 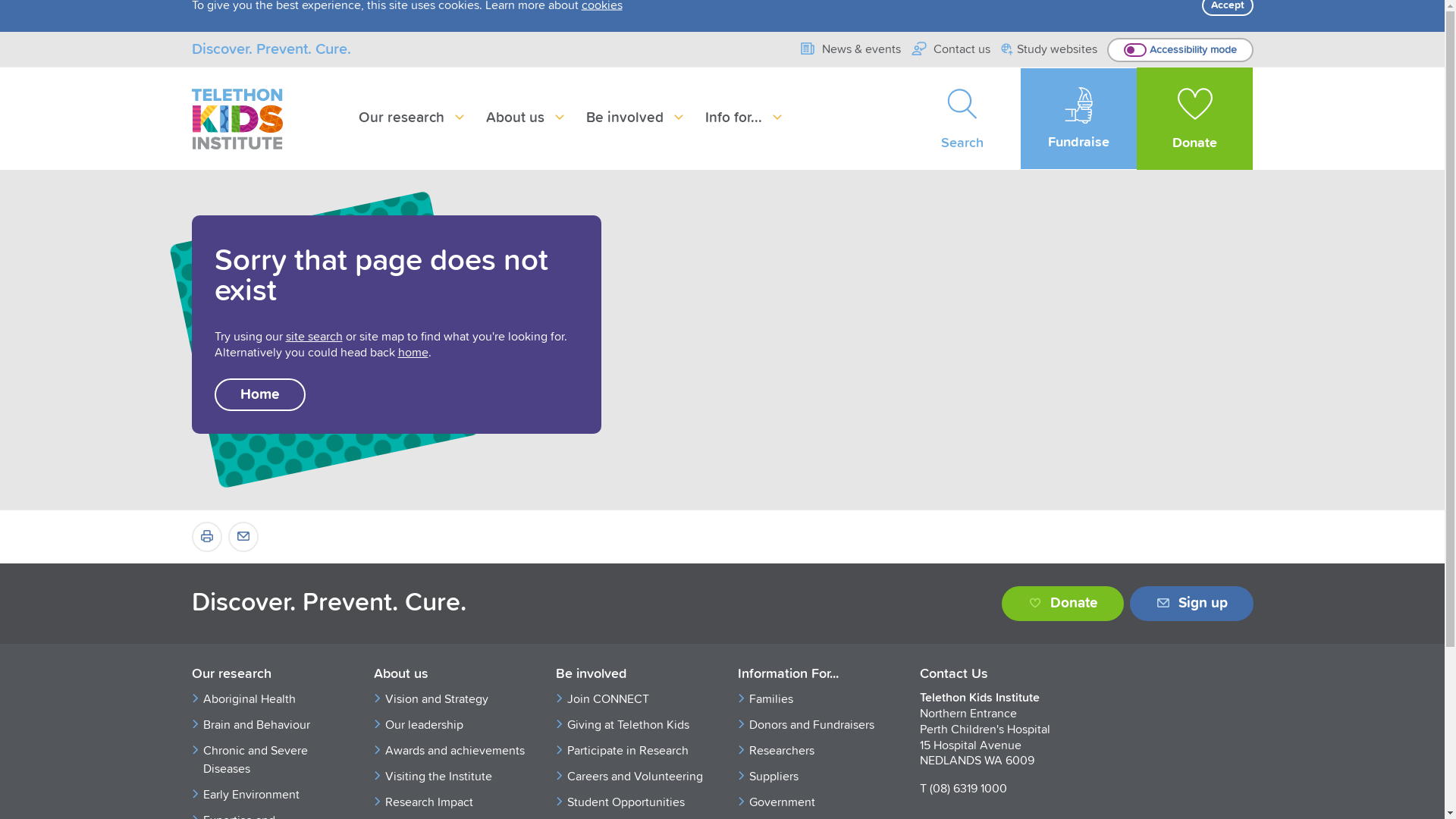 What do you see at coordinates (566, 751) in the screenshot?
I see `'Participate in Research'` at bounding box center [566, 751].